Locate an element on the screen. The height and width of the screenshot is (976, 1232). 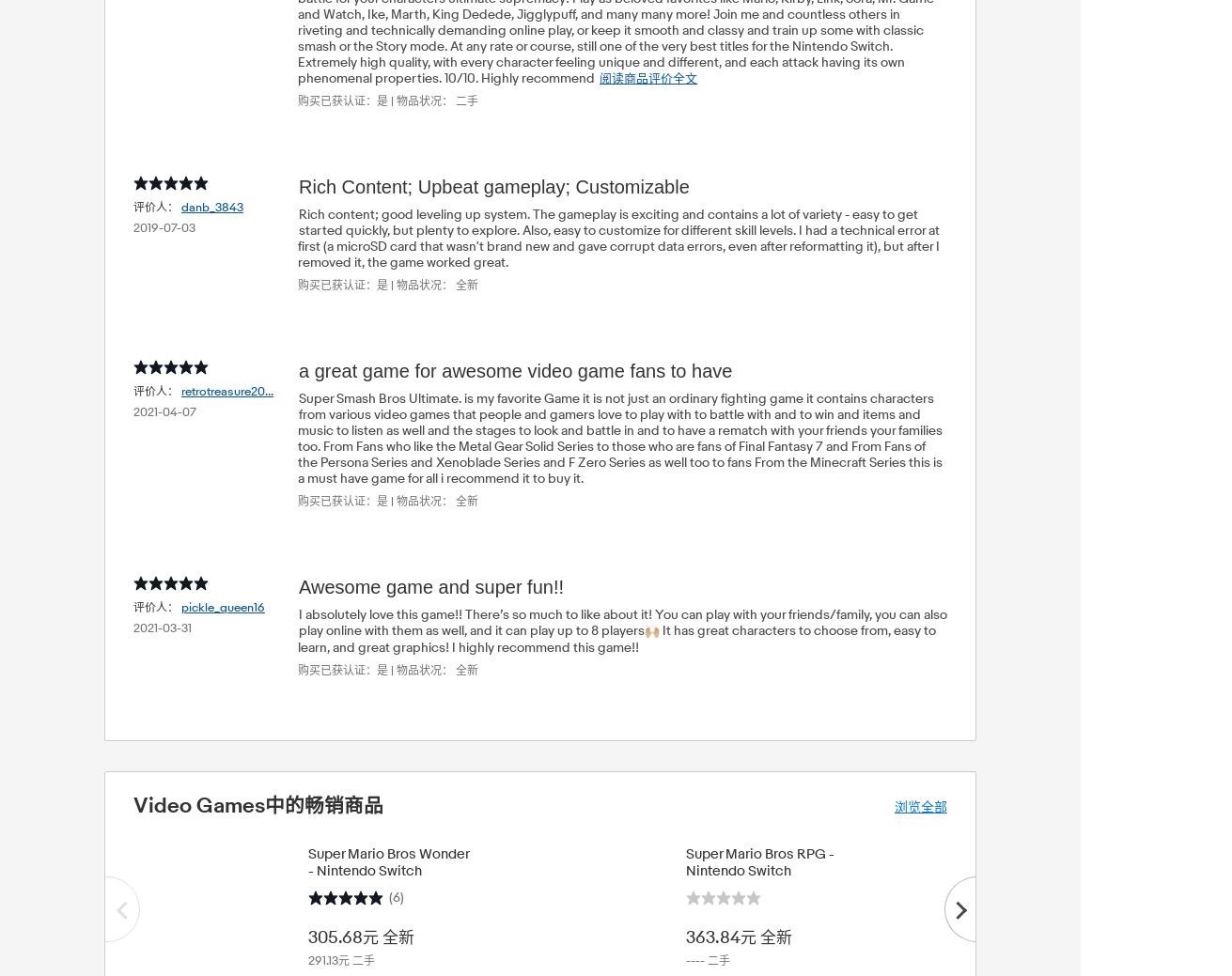
'The Legend of Zelda: Tears of the Kingdom - Nintendo Switch' is located at coordinates (1064, 870).